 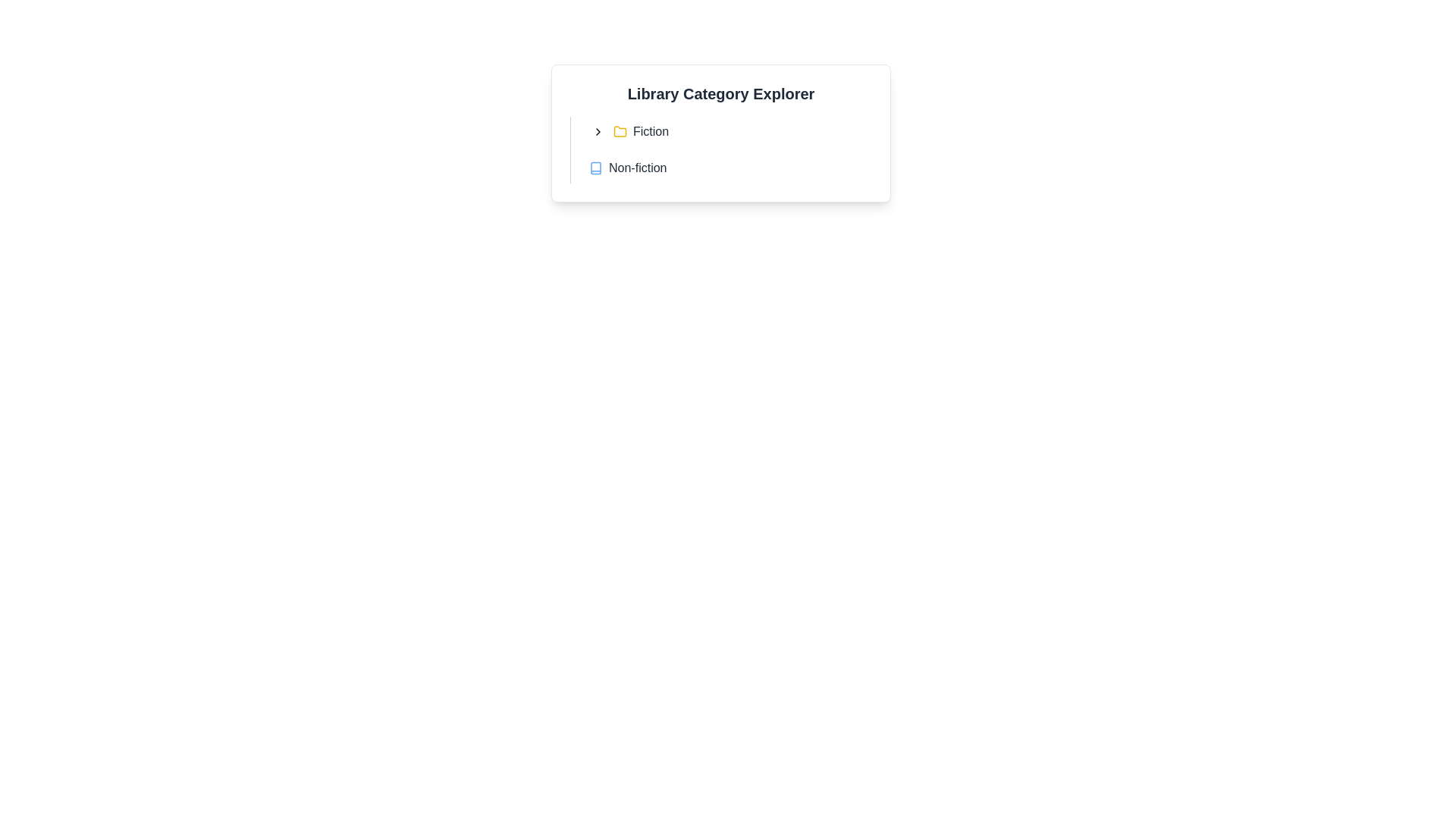 What do you see at coordinates (726, 130) in the screenshot?
I see `the selectable category item labeled 'Fiction' in the library navigator` at bounding box center [726, 130].